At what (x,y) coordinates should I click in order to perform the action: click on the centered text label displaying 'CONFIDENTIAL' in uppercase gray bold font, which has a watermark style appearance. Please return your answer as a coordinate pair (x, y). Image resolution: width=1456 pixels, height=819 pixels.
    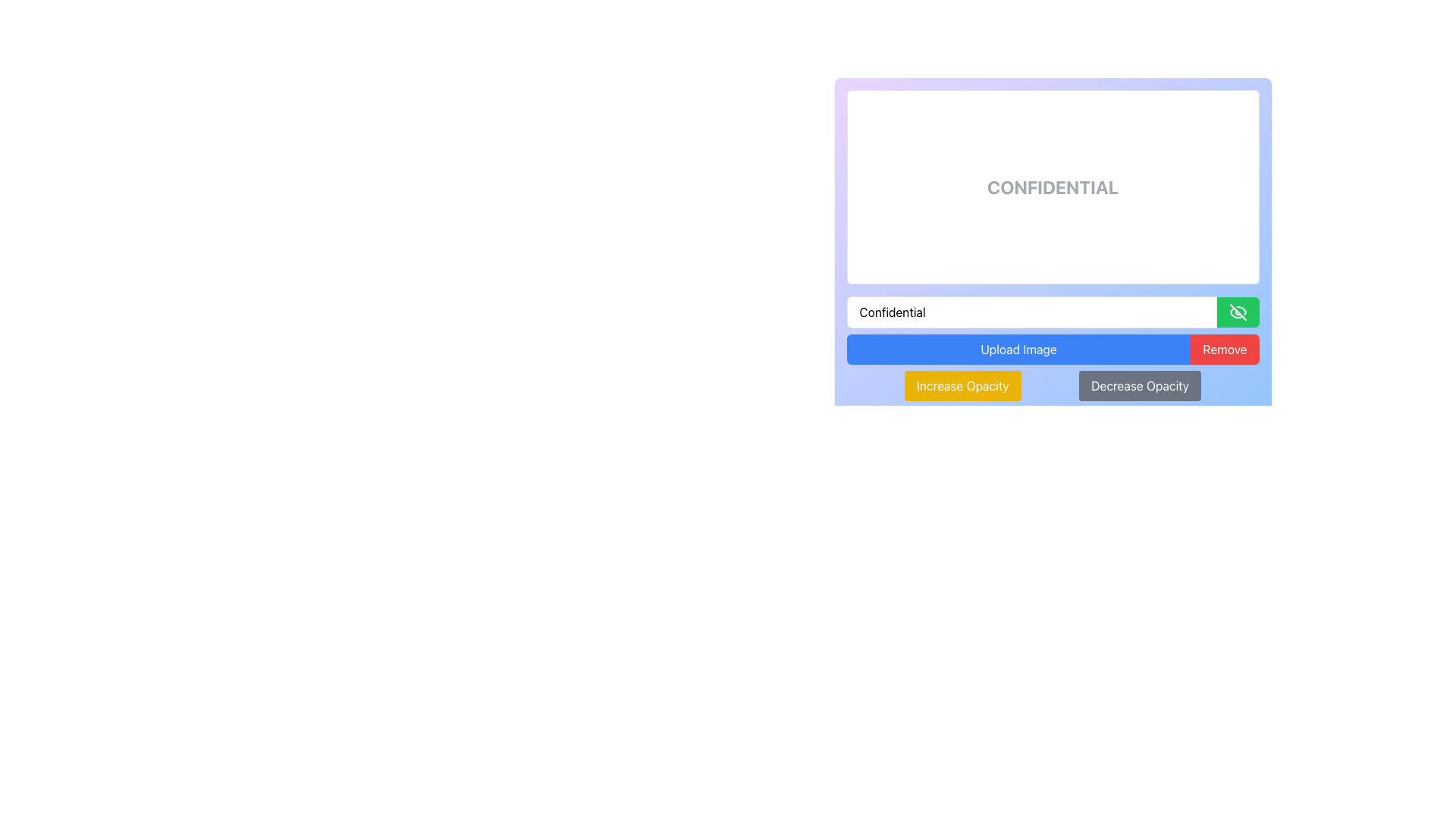
    Looking at the image, I should click on (1052, 186).